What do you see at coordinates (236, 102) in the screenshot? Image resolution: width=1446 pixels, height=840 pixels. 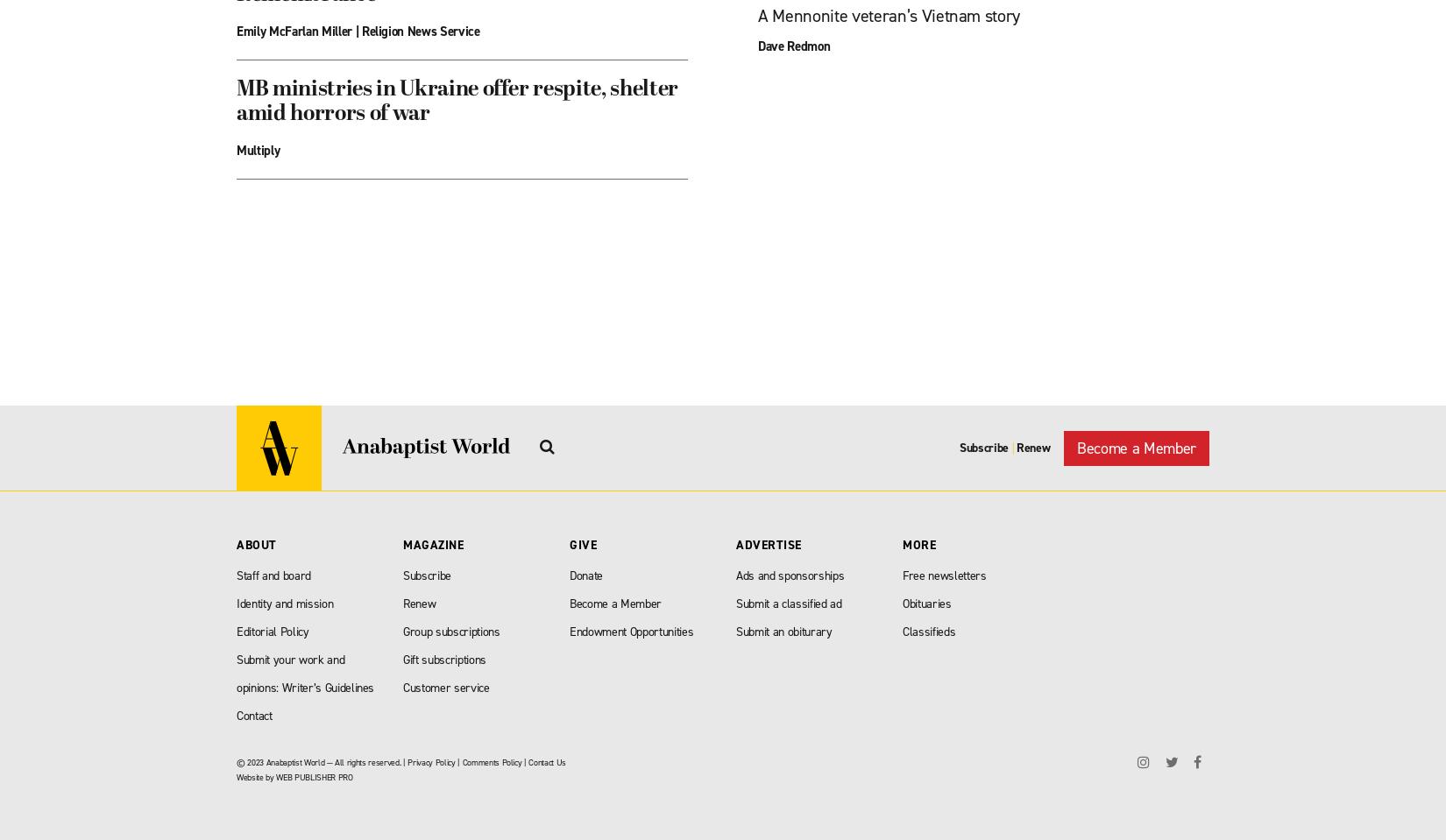 I see `'MB ministries in Ukraine offer respite, shelter amid horrors of war'` at bounding box center [236, 102].